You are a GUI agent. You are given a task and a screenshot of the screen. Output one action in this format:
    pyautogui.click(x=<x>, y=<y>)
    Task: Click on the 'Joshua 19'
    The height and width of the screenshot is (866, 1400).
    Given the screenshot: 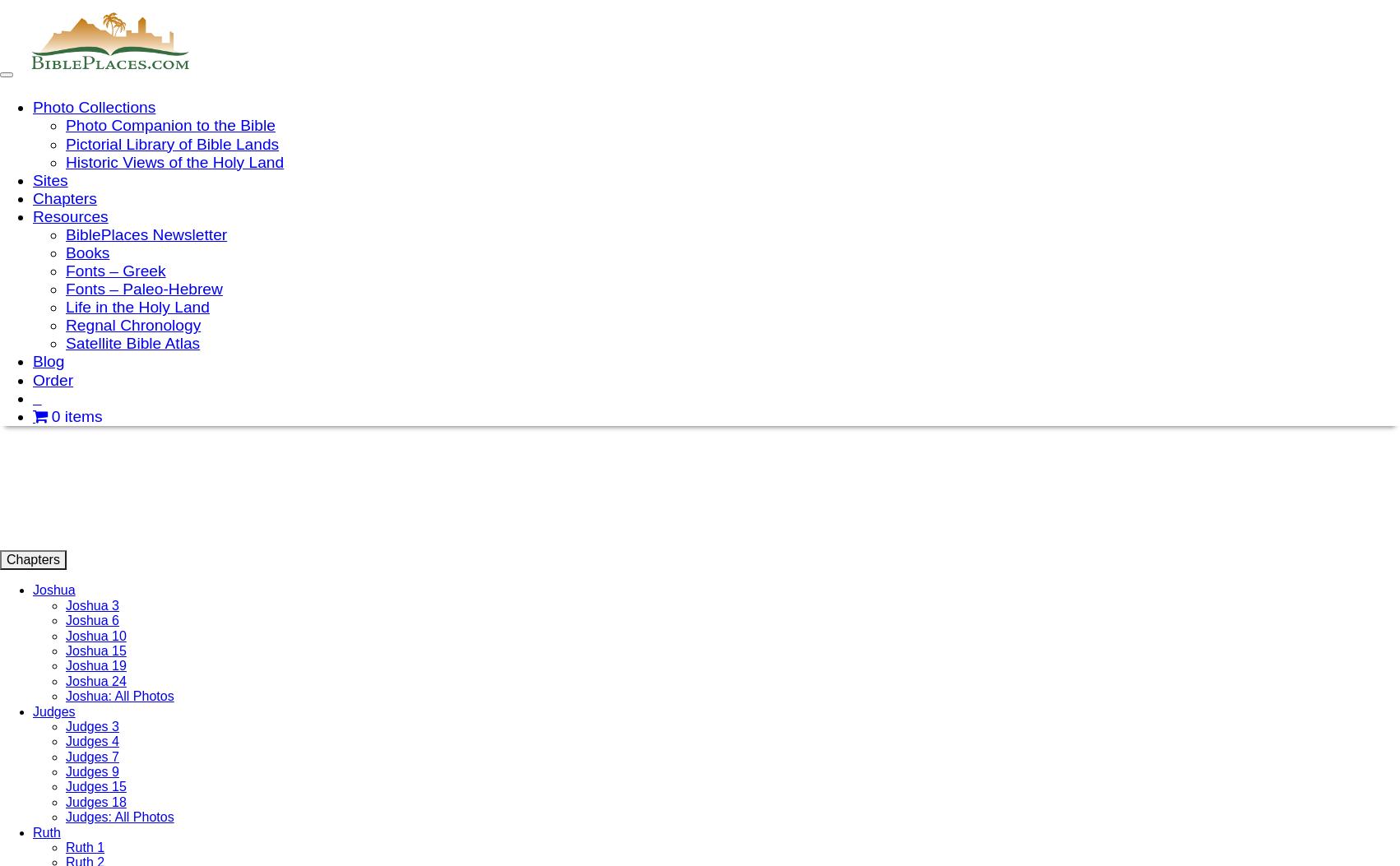 What is the action you would take?
    pyautogui.click(x=95, y=665)
    